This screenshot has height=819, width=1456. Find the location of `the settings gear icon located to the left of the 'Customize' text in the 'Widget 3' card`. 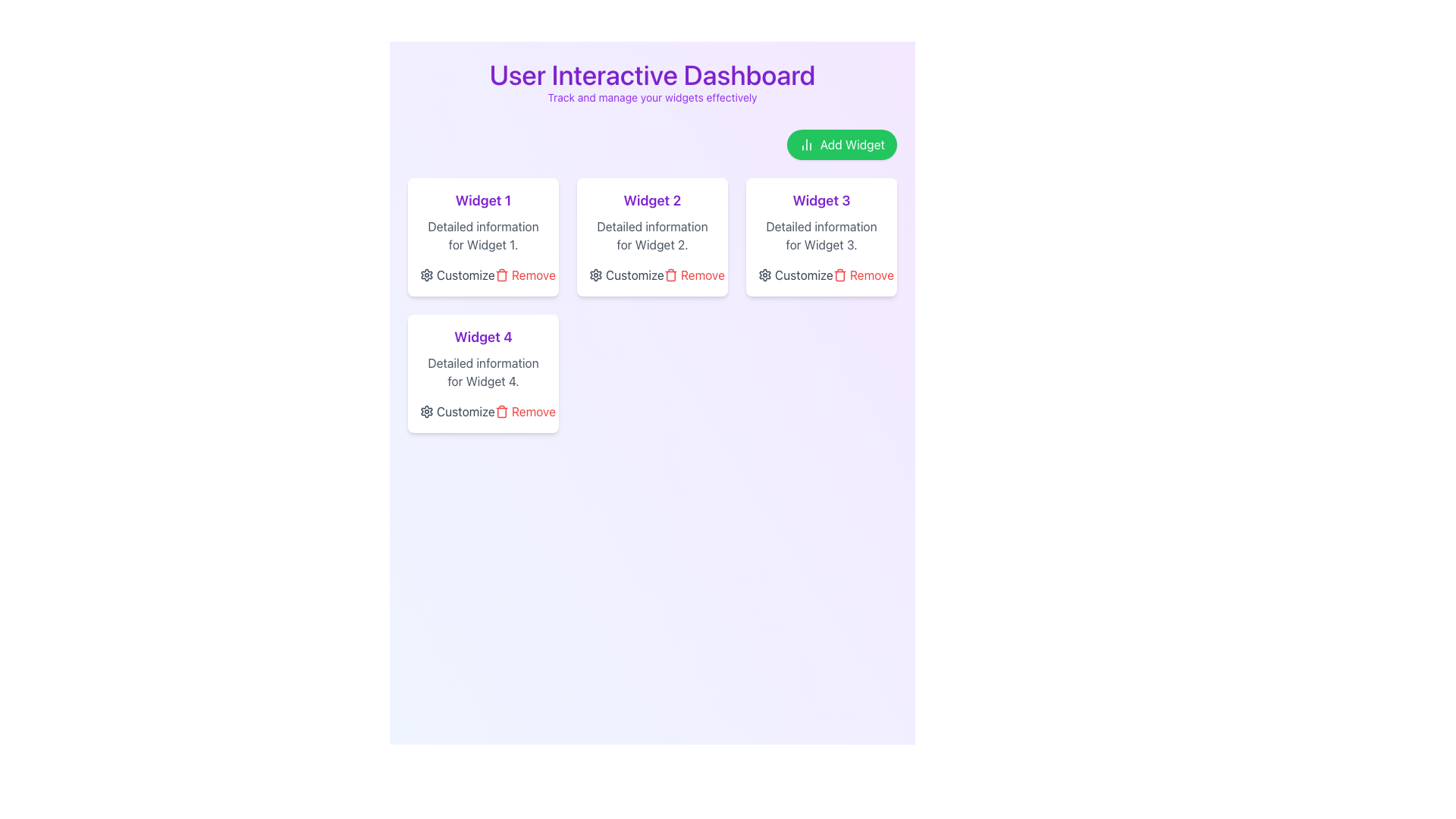

the settings gear icon located to the left of the 'Customize' text in the 'Widget 3' card is located at coordinates (764, 275).